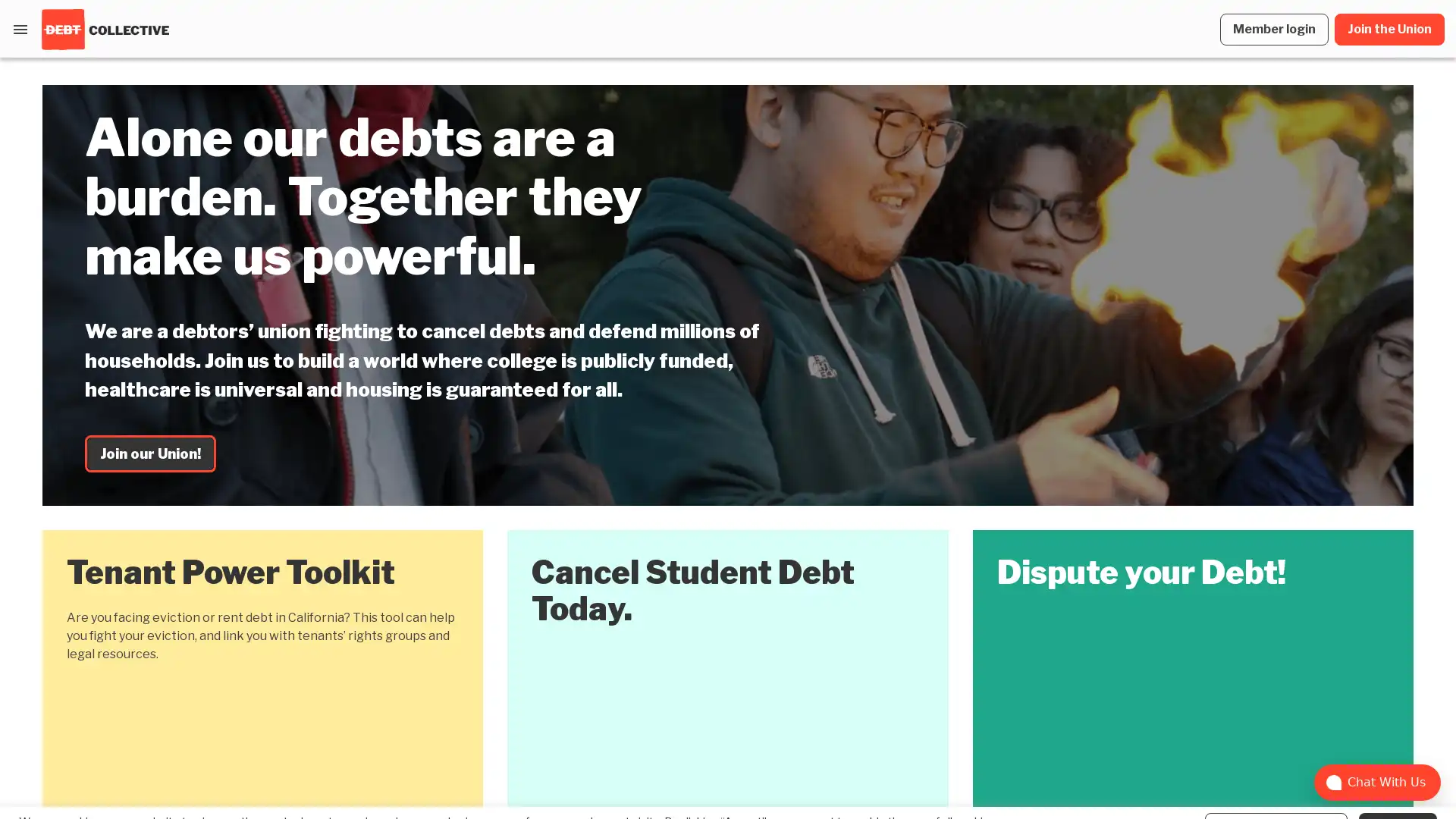 The width and height of the screenshot is (1456, 819). Describe the element at coordinates (20, 29) in the screenshot. I see `menu` at that location.